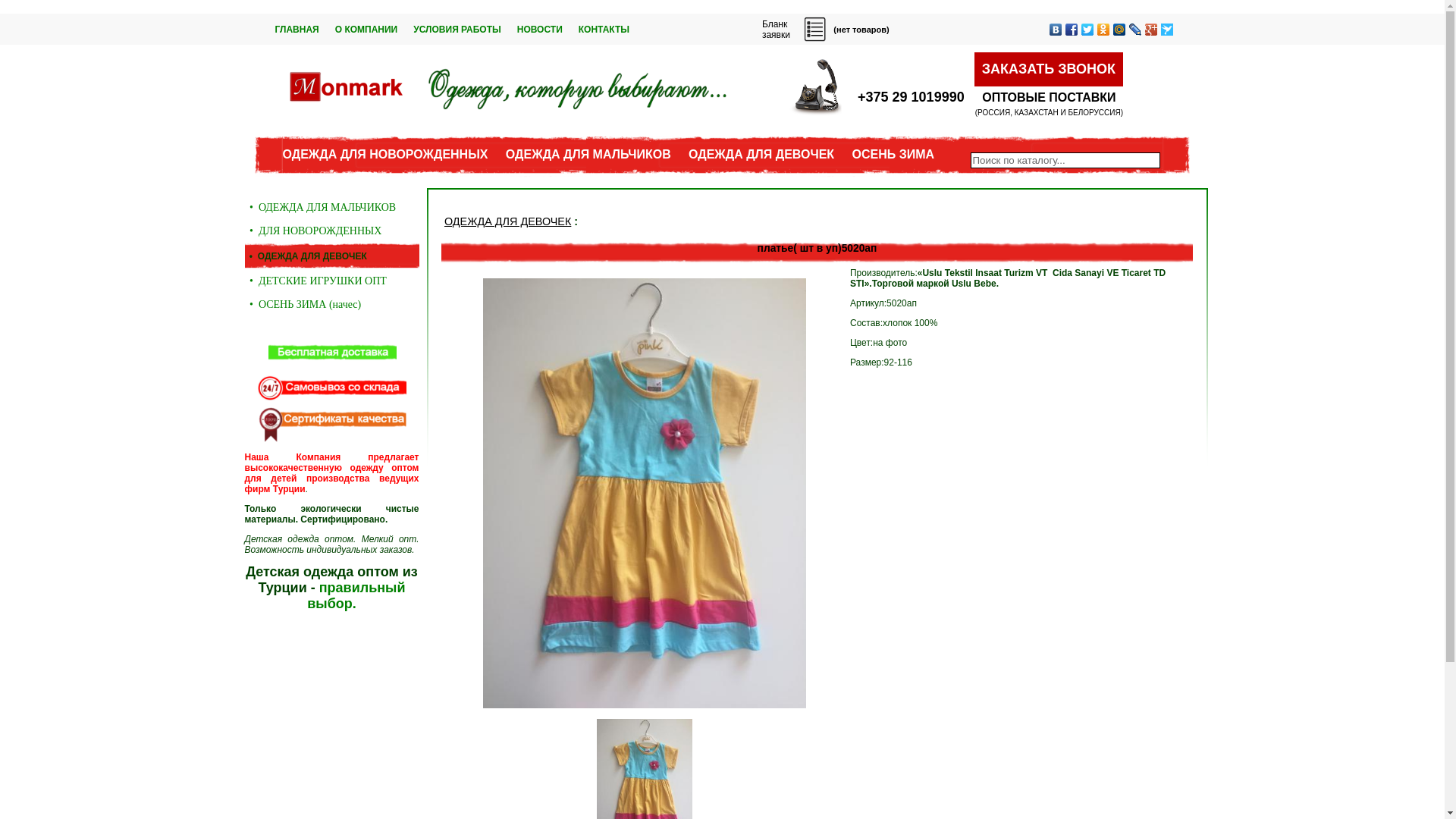 The height and width of the screenshot is (819, 1456). What do you see at coordinates (1166, 29) in the screenshot?
I see `'Surfingbird'` at bounding box center [1166, 29].